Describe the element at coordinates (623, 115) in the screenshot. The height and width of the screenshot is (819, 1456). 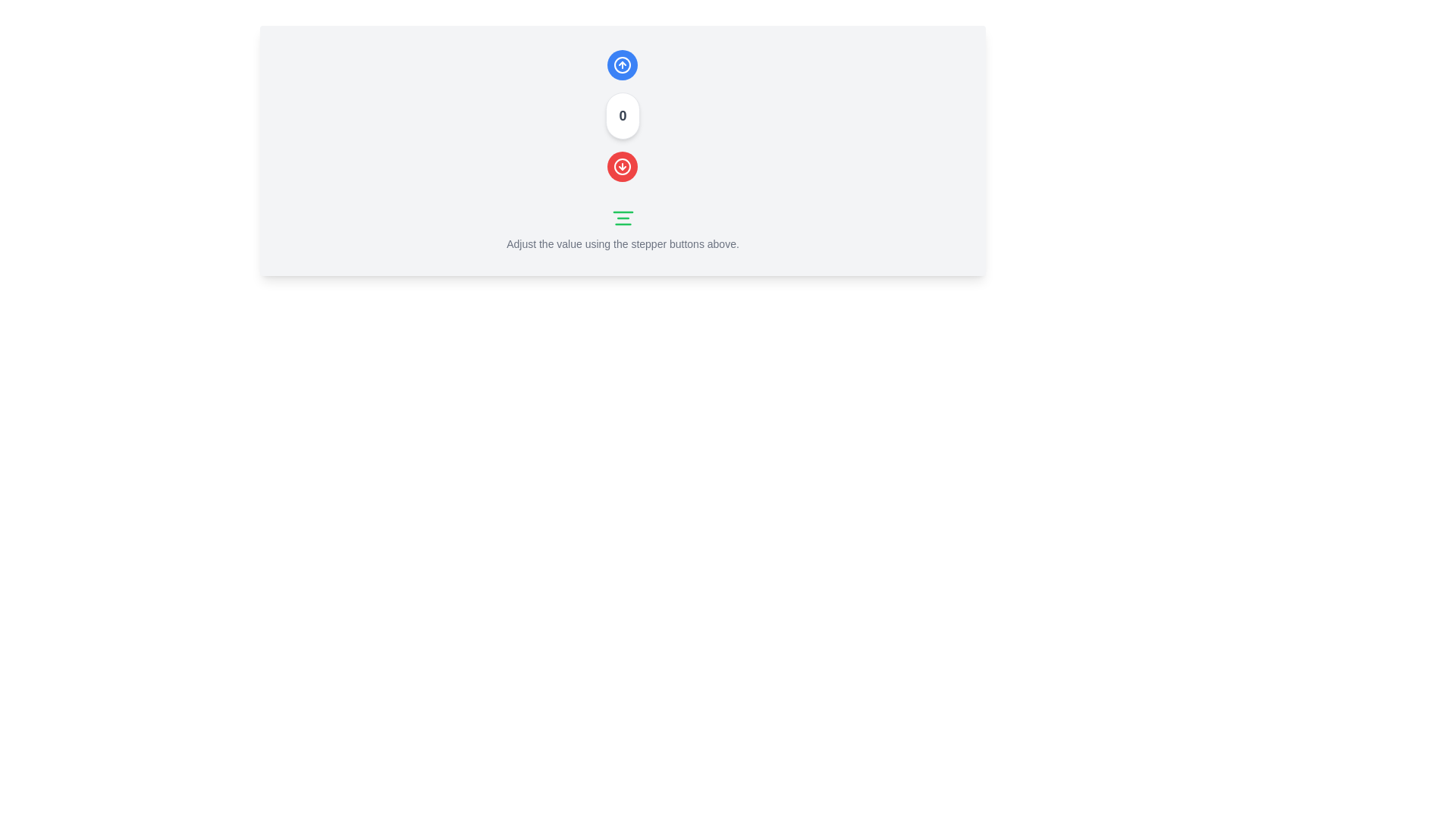
I see `displayed value from the vertically aligned interactive control panel that includes an increment button at the top, a value display in the middle, and a decrement button at the bottom` at that location.